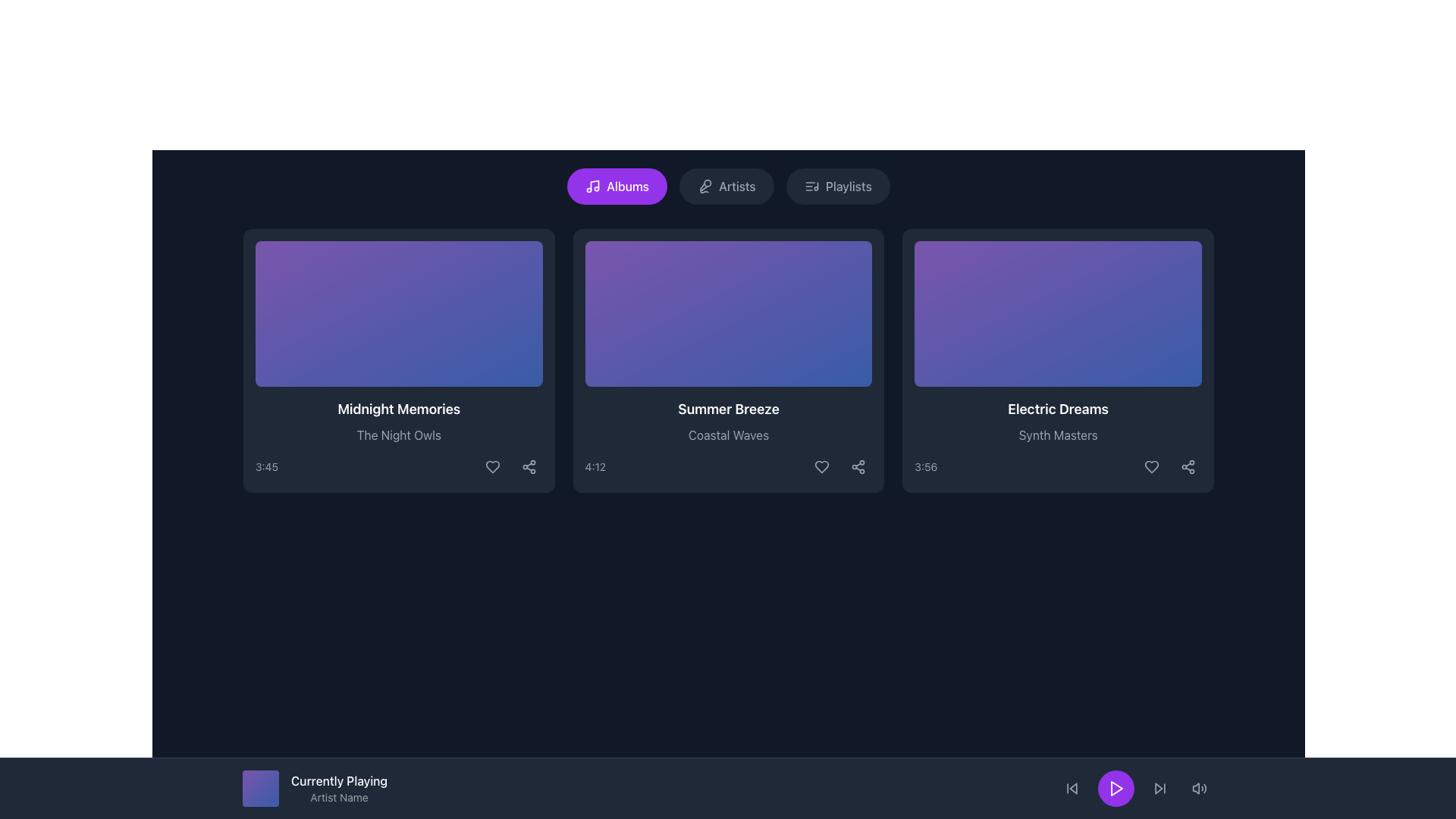  I want to click on the skip-forward button, which is the third interactive icon from the left in the bottom navigation bar, located between the play/pause button and the volume control icon, so click(1159, 788).